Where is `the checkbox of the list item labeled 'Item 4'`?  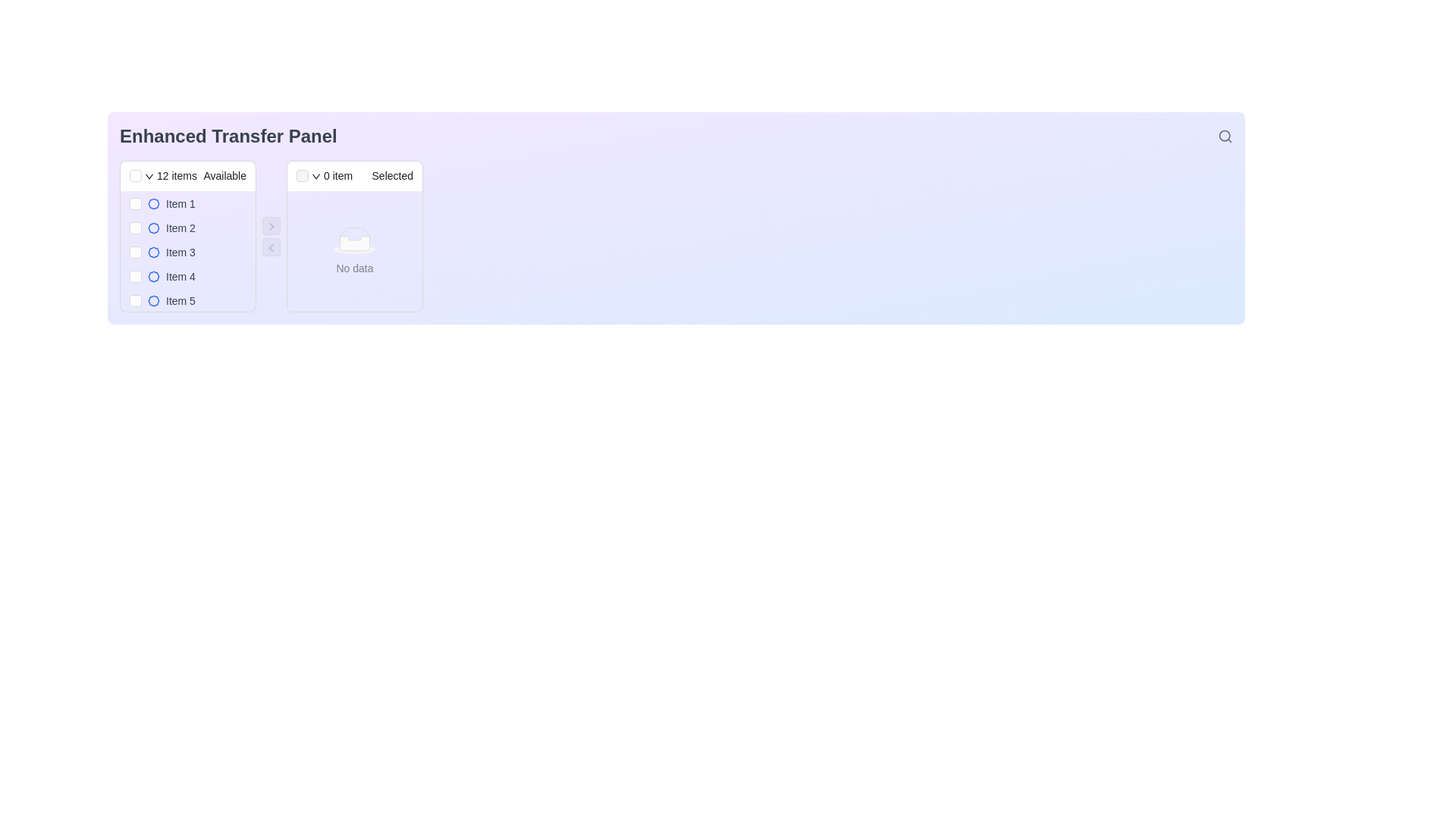 the checkbox of the list item labeled 'Item 4' is located at coordinates (187, 277).